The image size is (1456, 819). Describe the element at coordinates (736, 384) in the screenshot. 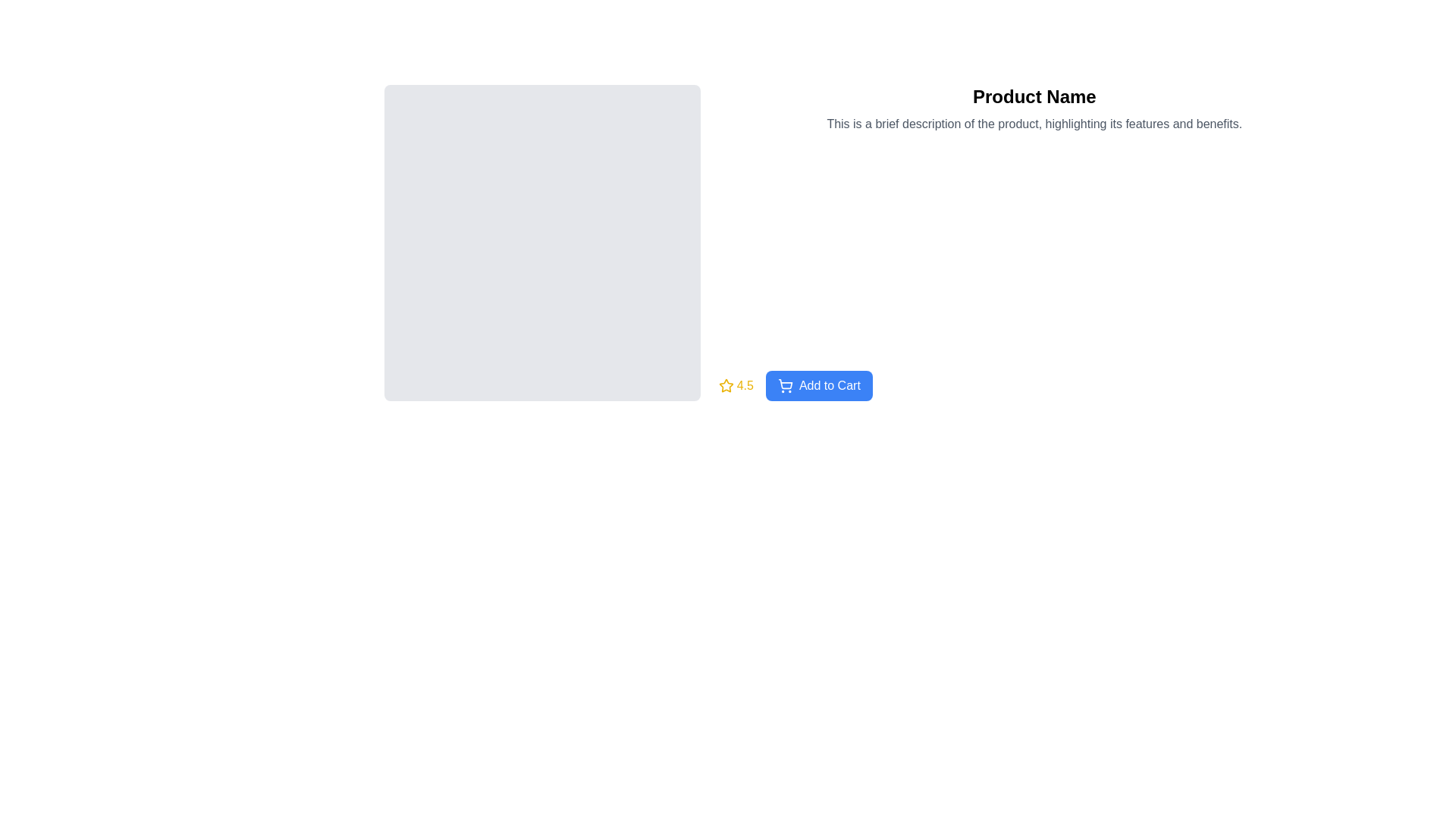

I see `the Rating Display element which shows a star icon and the rating '4.5' in yellow, located to the left of the 'Add to Cart' button` at that location.